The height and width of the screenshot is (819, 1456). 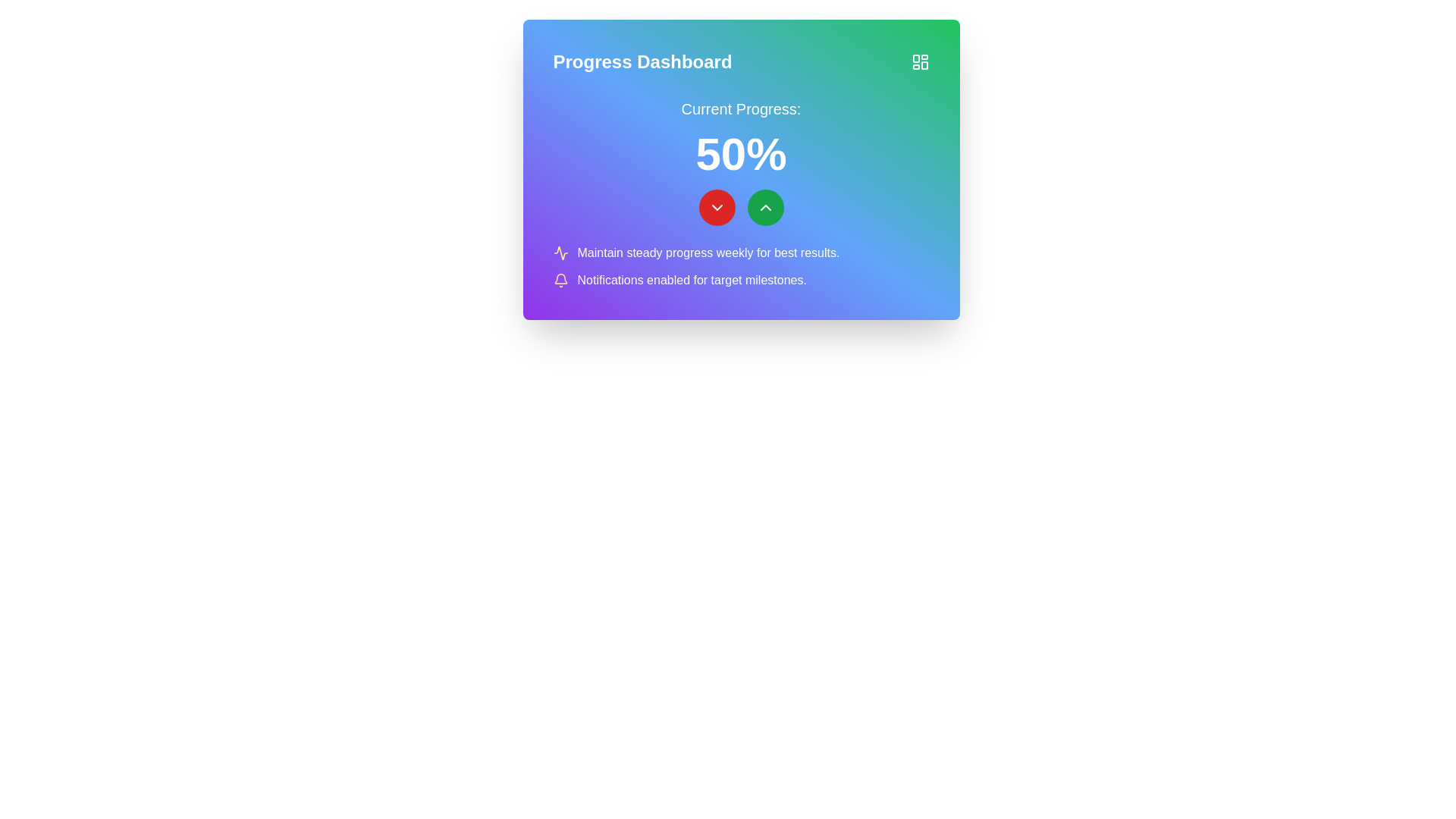 What do you see at coordinates (741, 207) in the screenshot?
I see `the green button in the button group located below the '50%' text in the 'Current Progress' section` at bounding box center [741, 207].